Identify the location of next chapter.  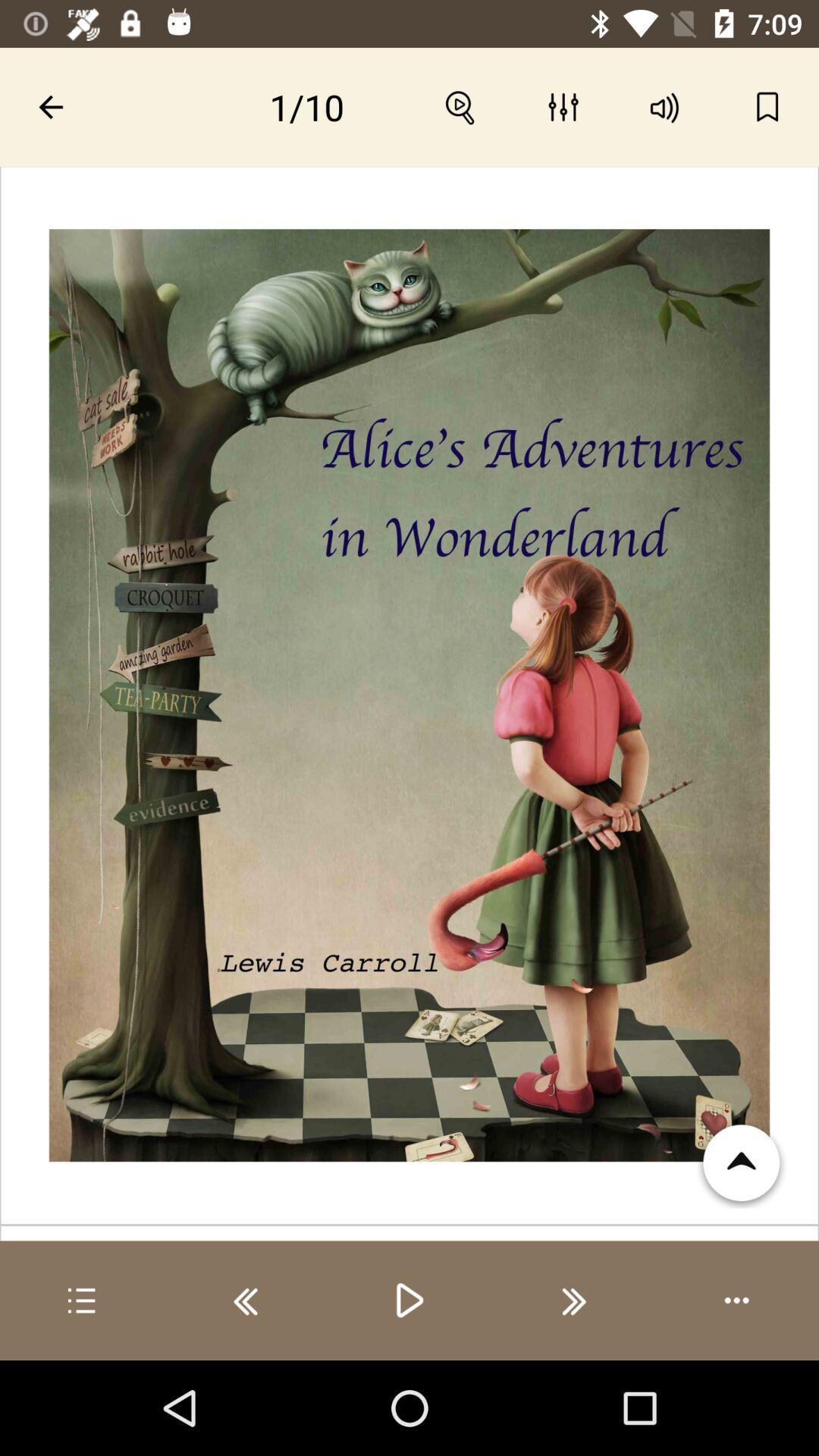
(573, 1300).